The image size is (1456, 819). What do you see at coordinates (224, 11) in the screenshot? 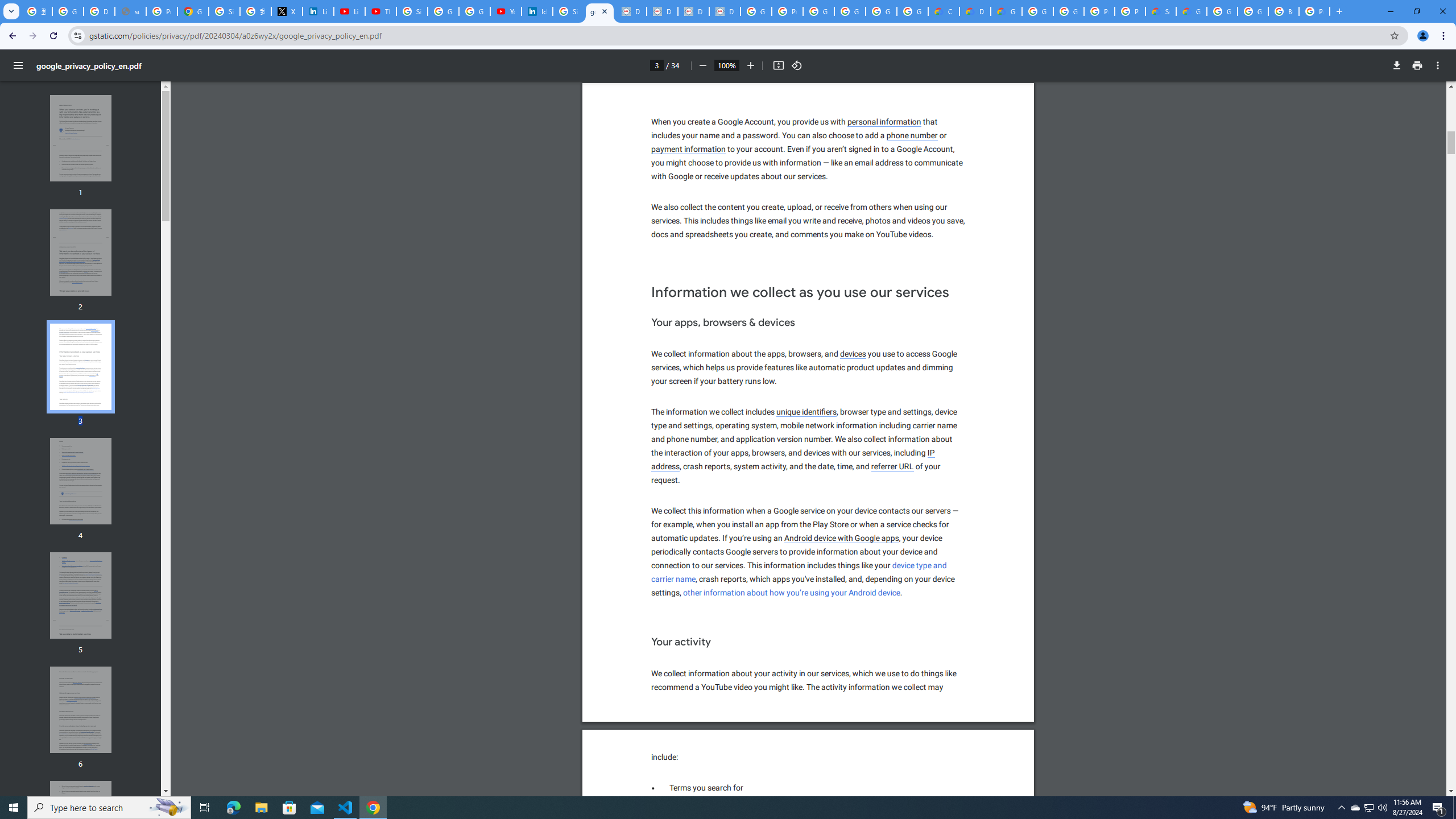
I see `'Sign in - Google Accounts'` at bounding box center [224, 11].